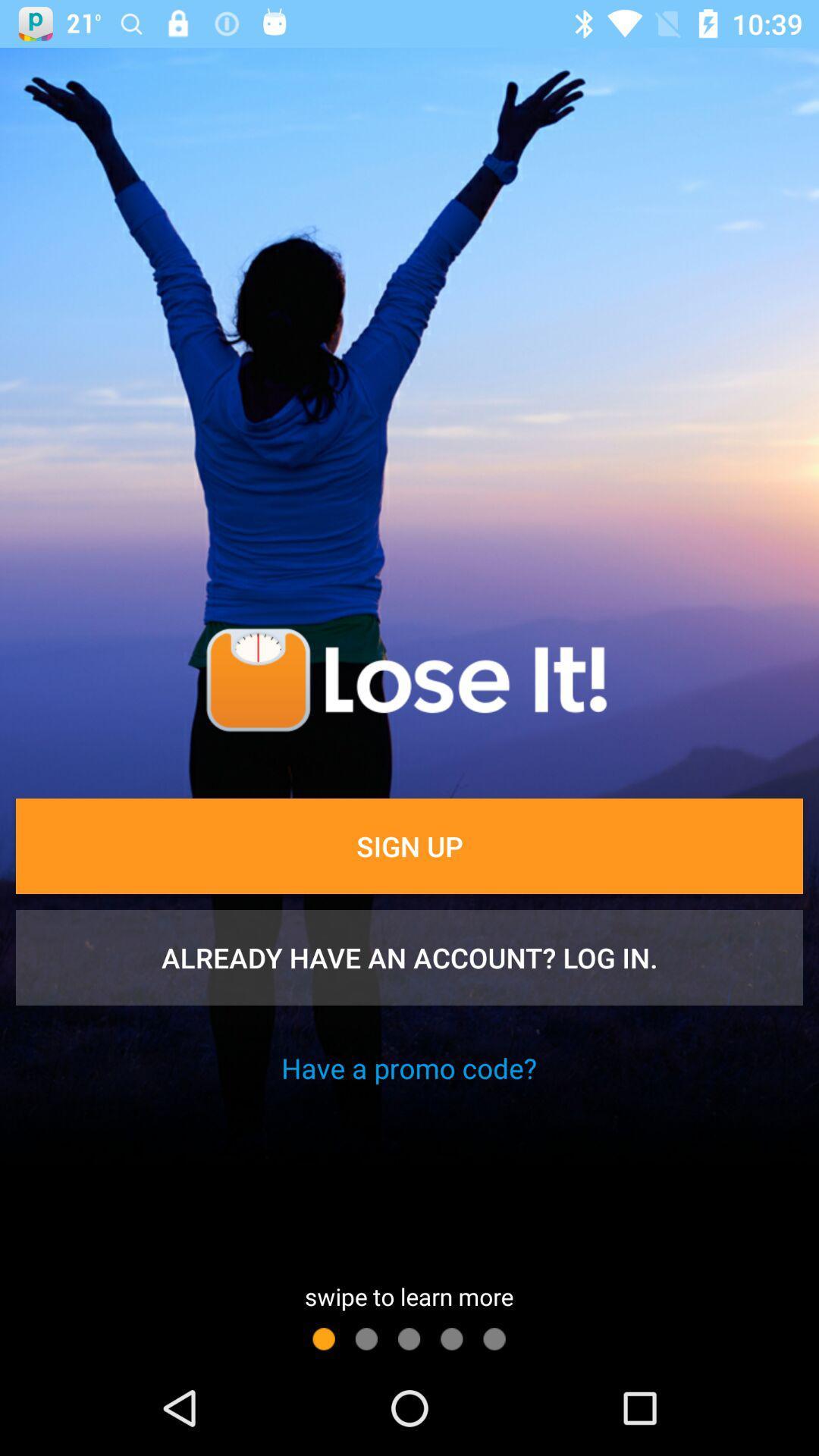 Image resolution: width=819 pixels, height=1456 pixels. What do you see at coordinates (408, 1067) in the screenshot?
I see `the have a promo icon` at bounding box center [408, 1067].